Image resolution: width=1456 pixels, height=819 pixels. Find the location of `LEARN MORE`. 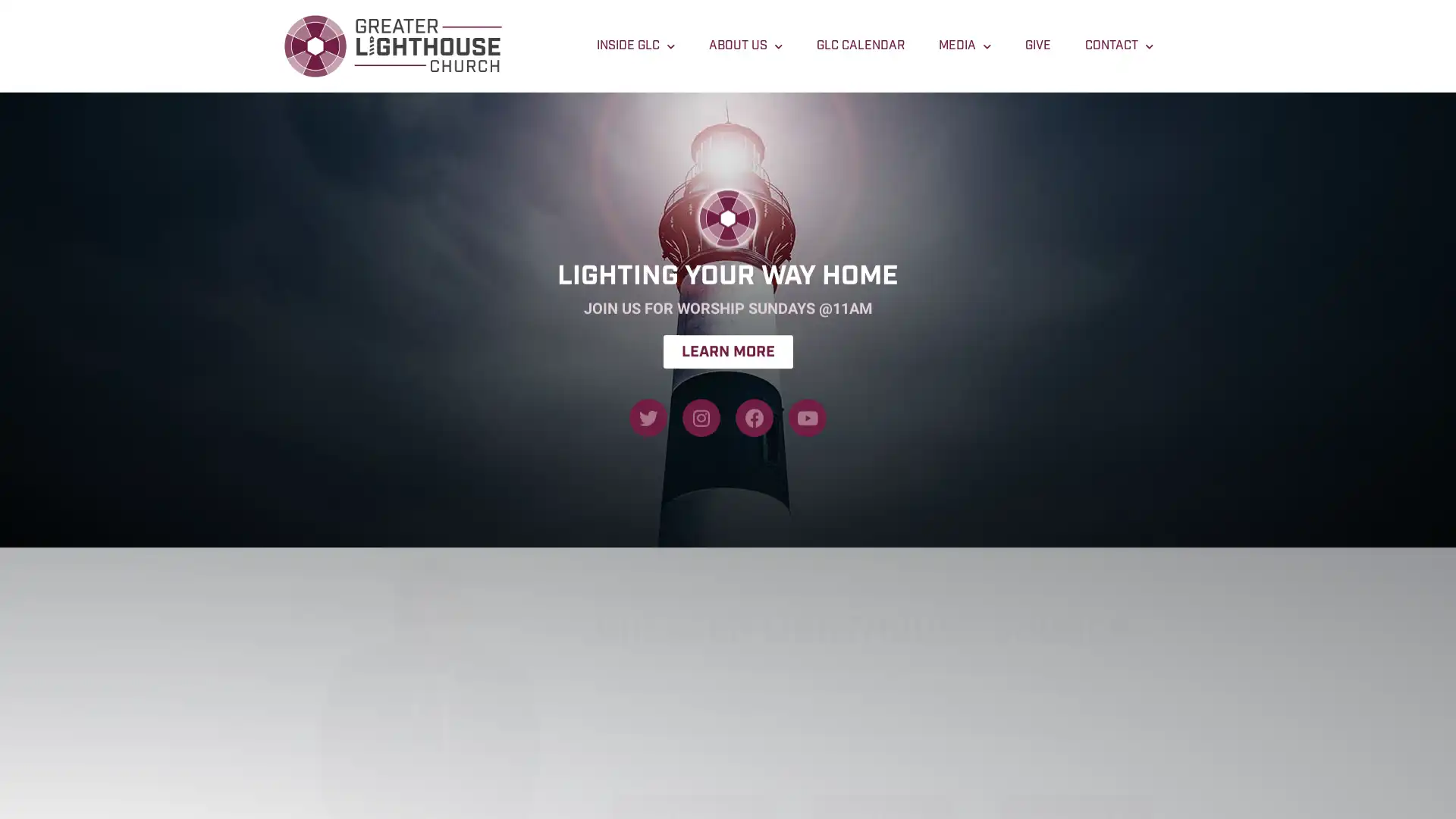

LEARN MORE is located at coordinates (726, 329).